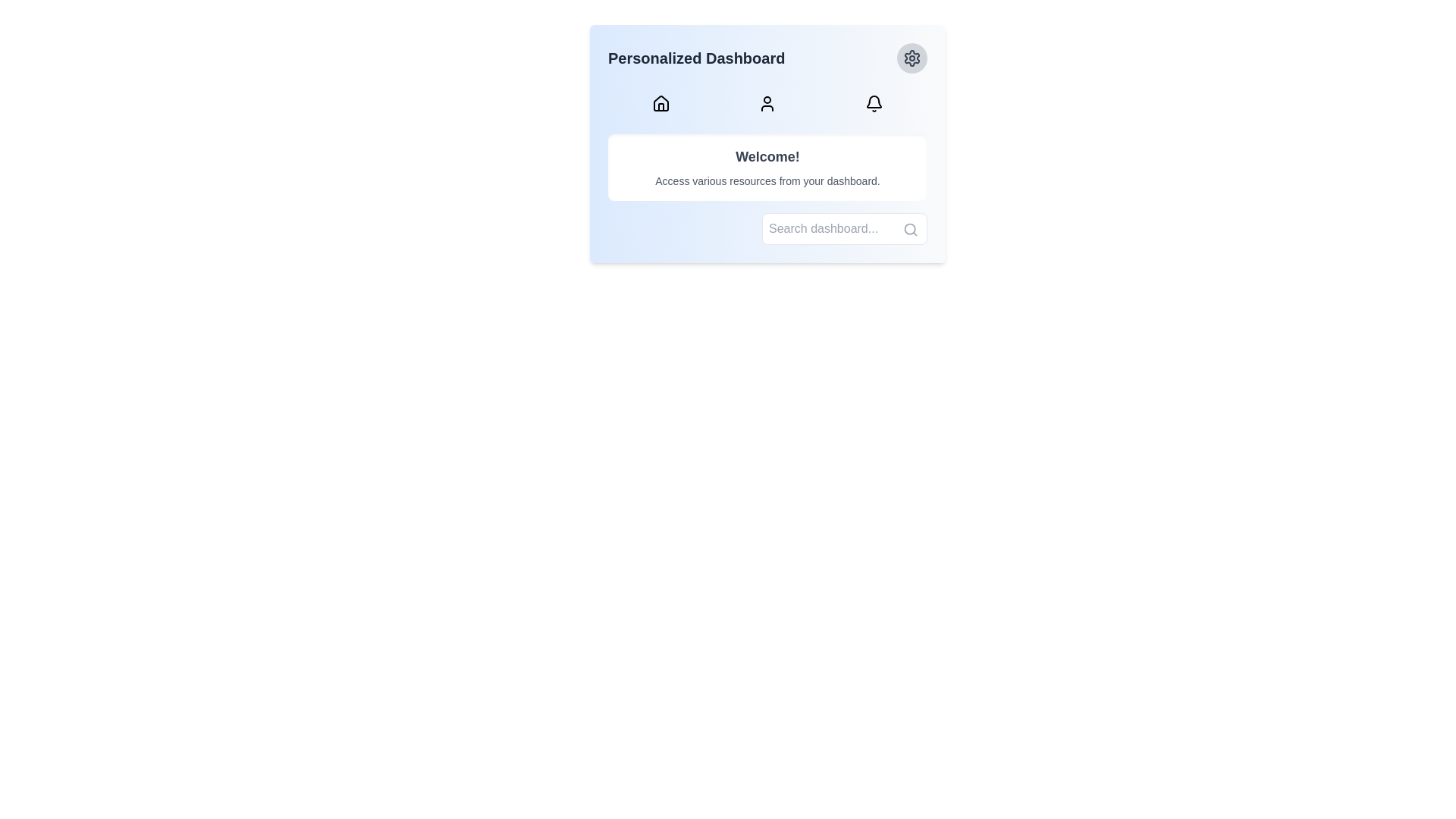 This screenshot has height=819, width=1456. Describe the element at coordinates (661, 103) in the screenshot. I see `the 'Home' icon button located at the top-left section of the dashboard` at that location.